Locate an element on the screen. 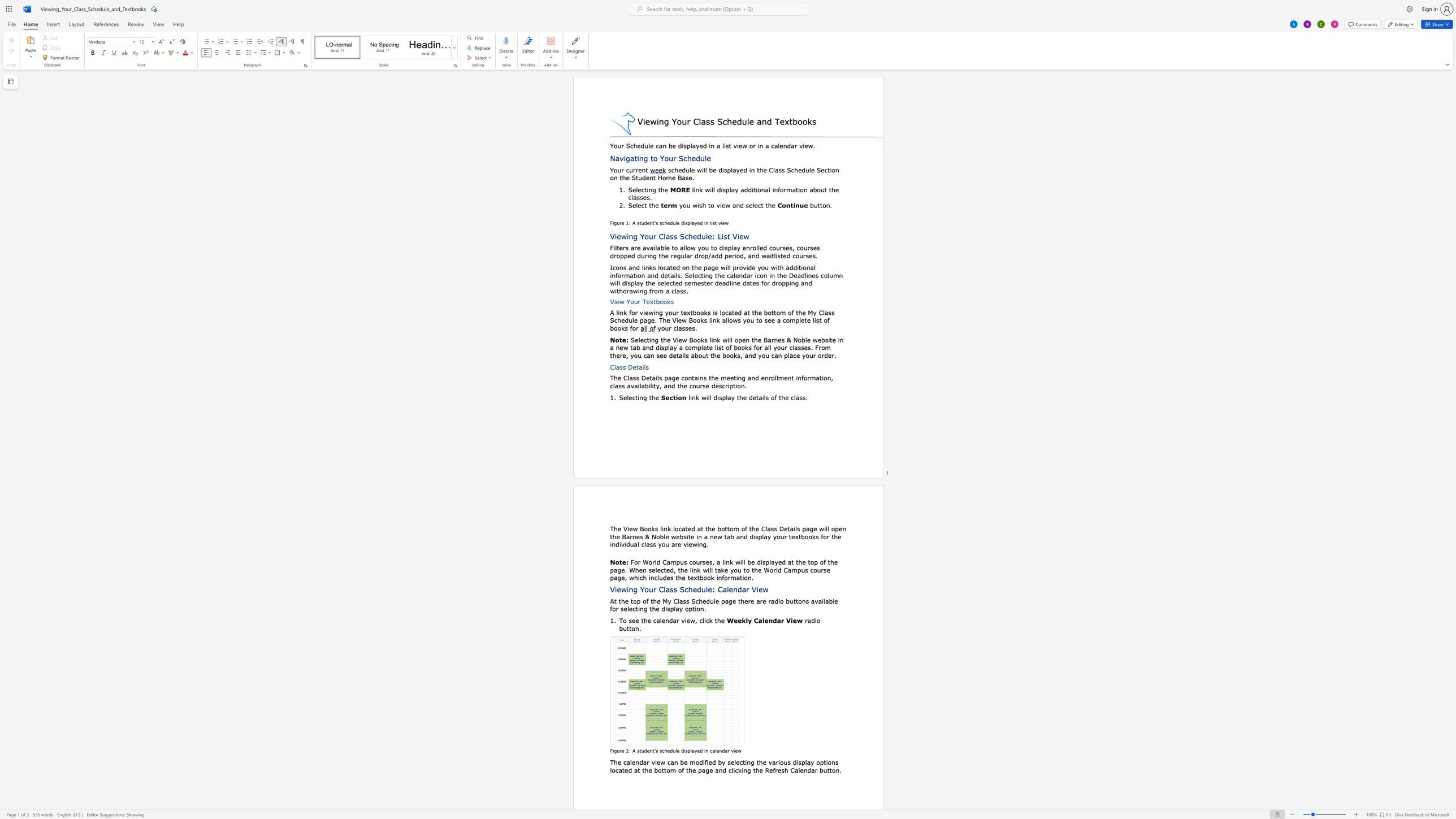 This screenshot has width=1456, height=819. the 3th character "s" in the text is located at coordinates (647, 366).